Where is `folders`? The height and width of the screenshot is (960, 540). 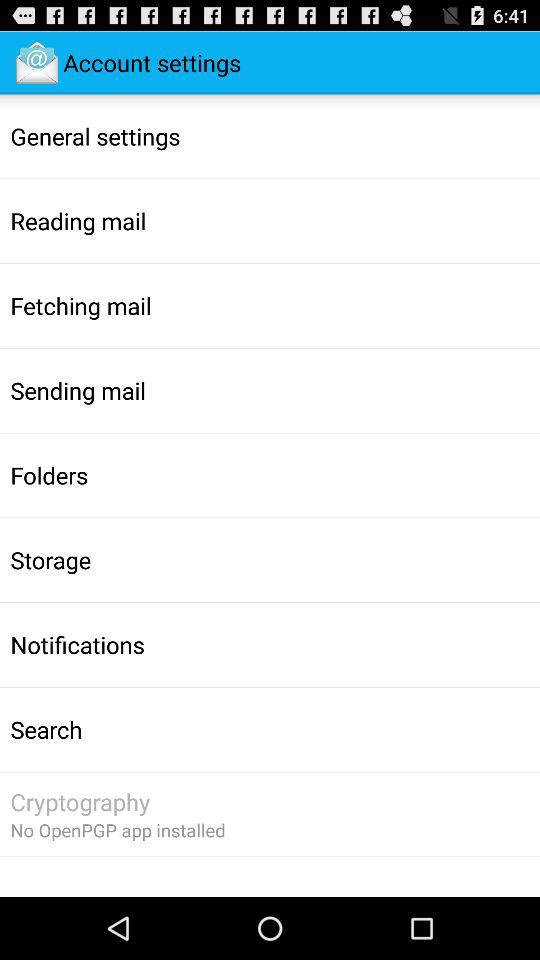 folders is located at coordinates (49, 475).